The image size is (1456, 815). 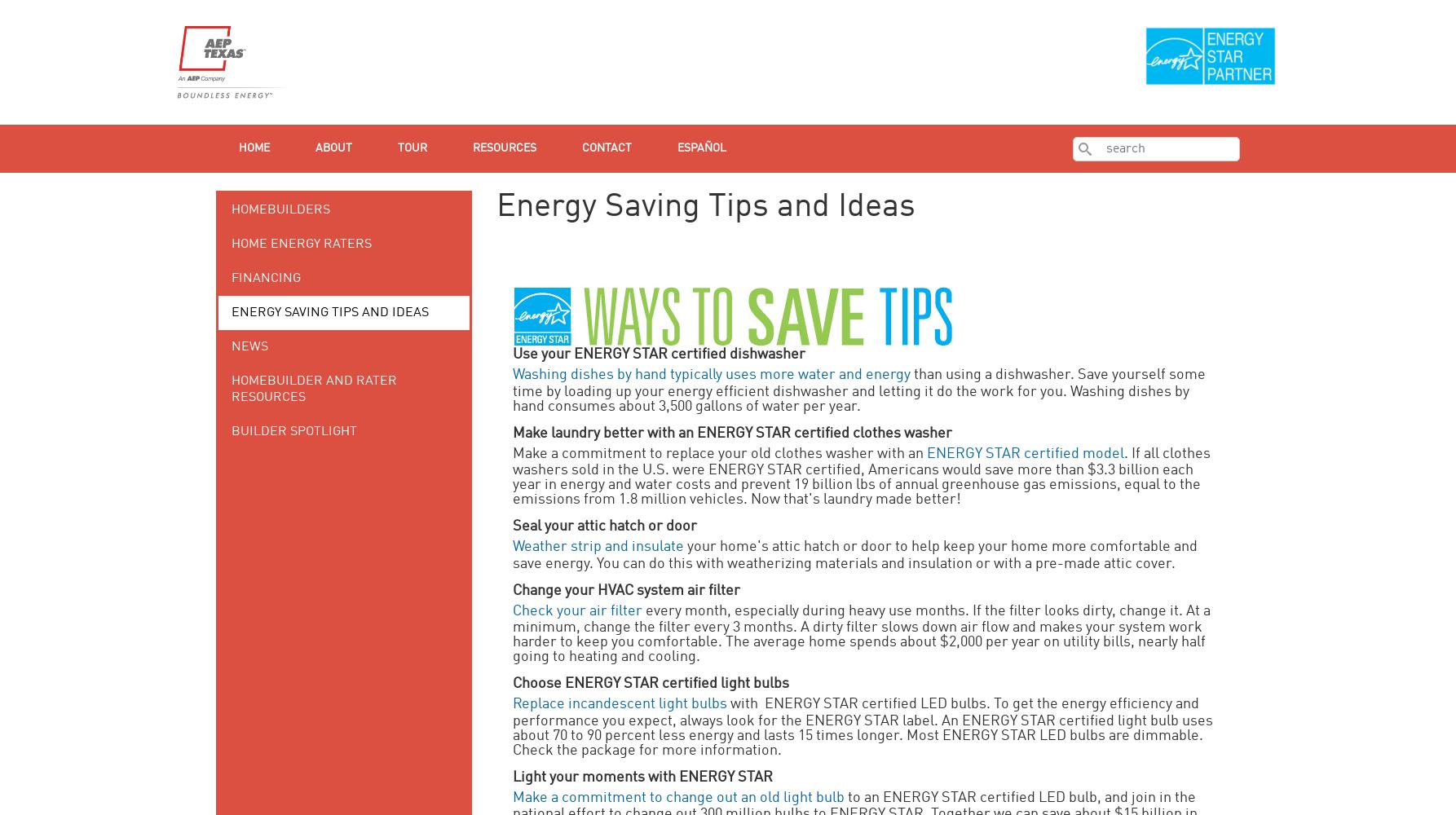 What do you see at coordinates (619, 703) in the screenshot?
I see `'Replace incandescent light bulbs'` at bounding box center [619, 703].